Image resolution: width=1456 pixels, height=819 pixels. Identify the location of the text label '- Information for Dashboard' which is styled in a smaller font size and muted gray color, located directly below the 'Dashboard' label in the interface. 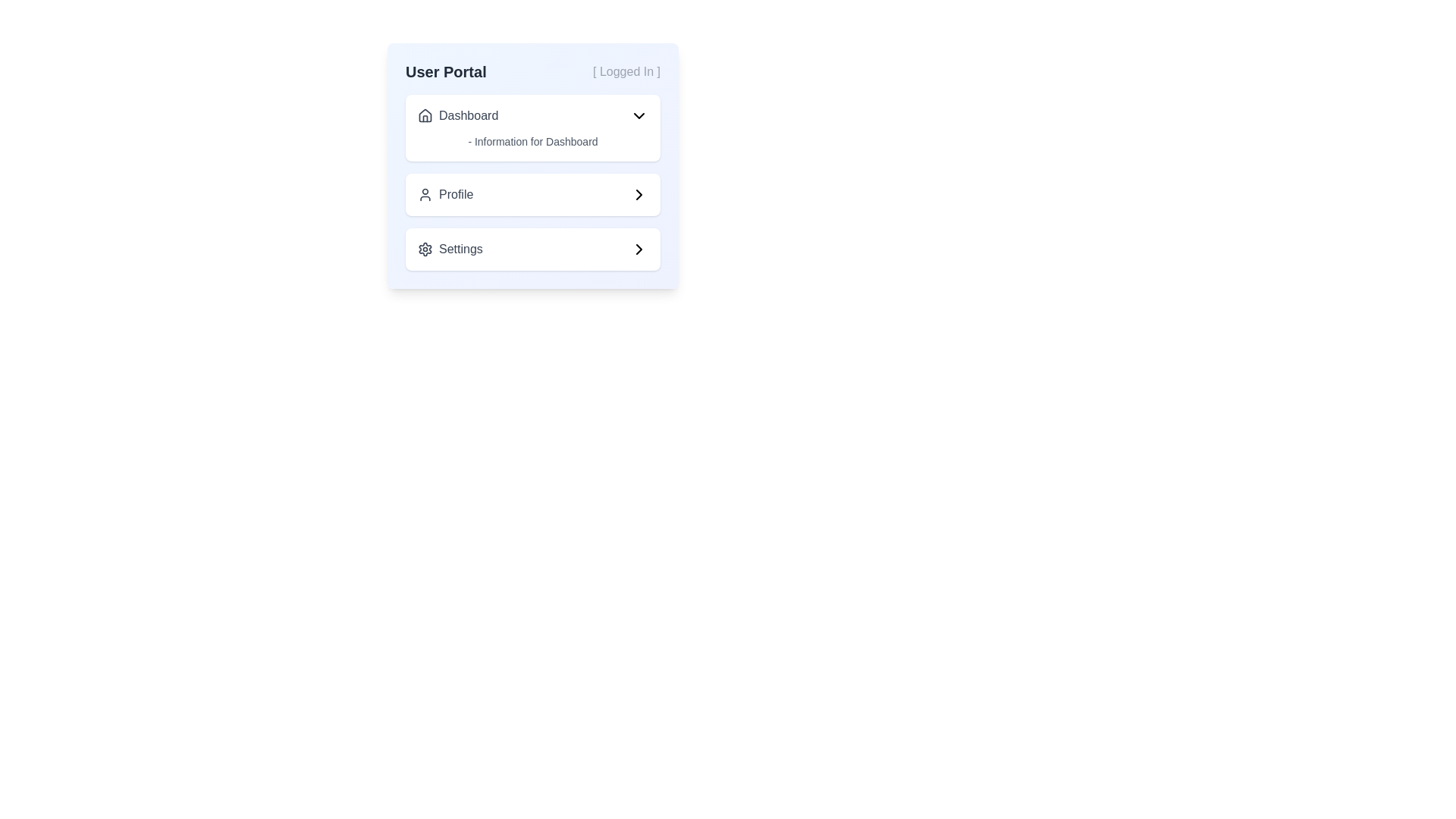
(532, 141).